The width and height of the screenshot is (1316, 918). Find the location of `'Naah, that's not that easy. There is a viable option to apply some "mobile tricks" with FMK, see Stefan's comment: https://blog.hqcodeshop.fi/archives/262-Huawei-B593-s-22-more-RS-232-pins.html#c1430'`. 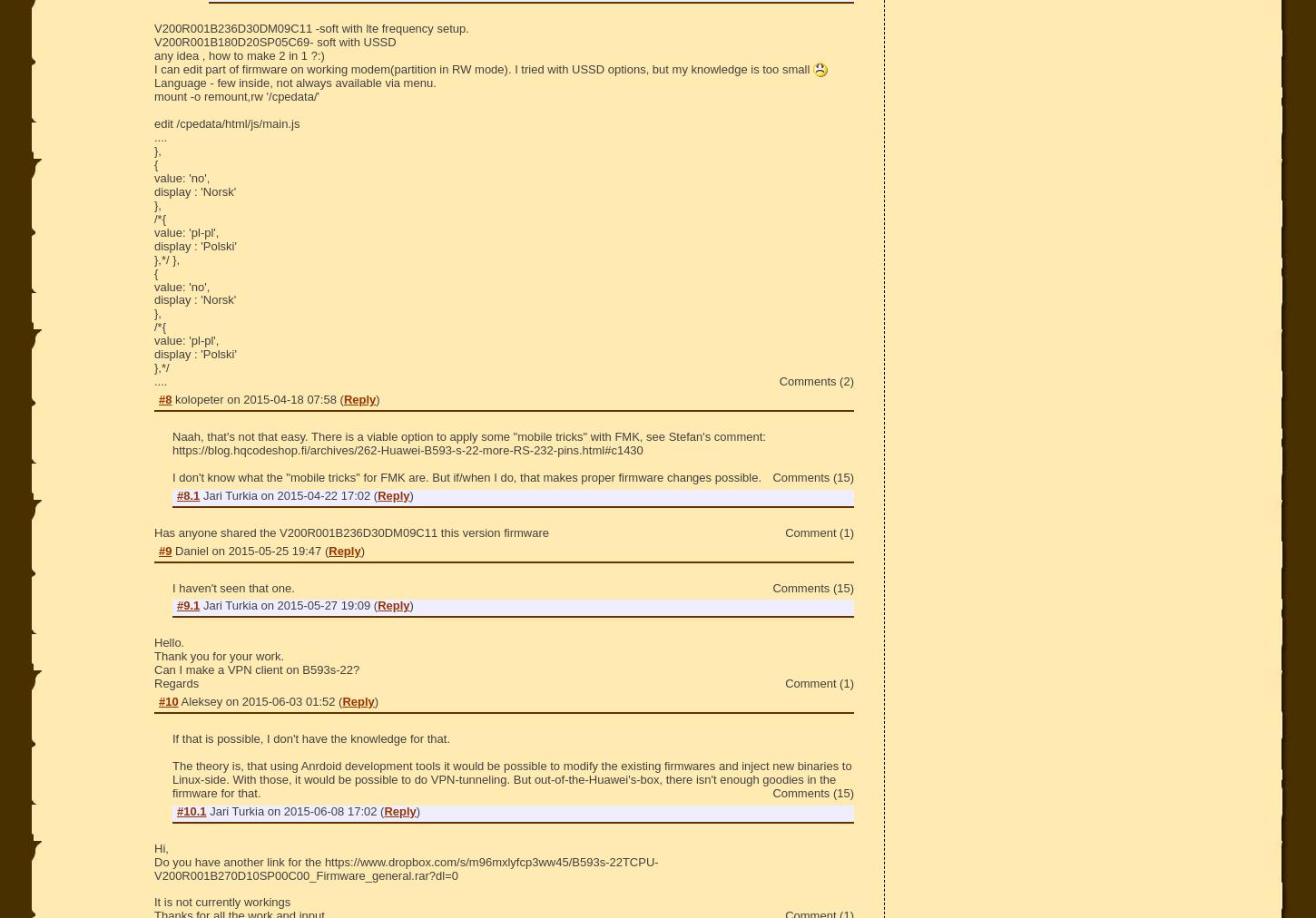

'Naah, that's not that easy. There is a viable option to apply some "mobile tricks" with FMK, see Stefan's comment: https://blog.hqcodeshop.fi/archives/262-Huawei-B593-s-22-more-RS-232-pins.html#c1430' is located at coordinates (468, 442).